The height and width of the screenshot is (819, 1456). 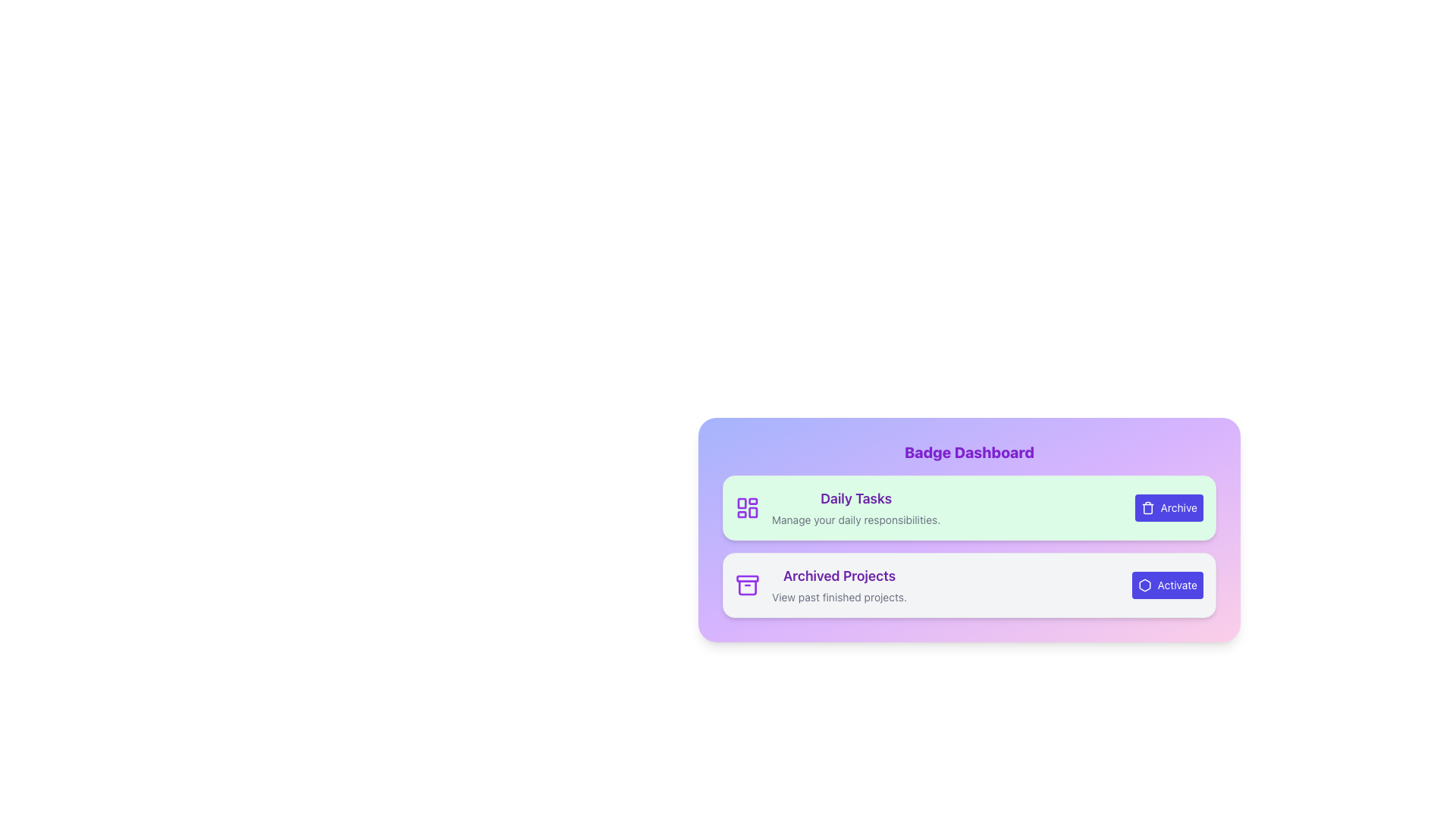 What do you see at coordinates (1144, 584) in the screenshot?
I see `the small hexagonal blue icon located in the 'Archived Projects' section of the 'Badge Dashboard', next to the 'Activate' button` at bounding box center [1144, 584].